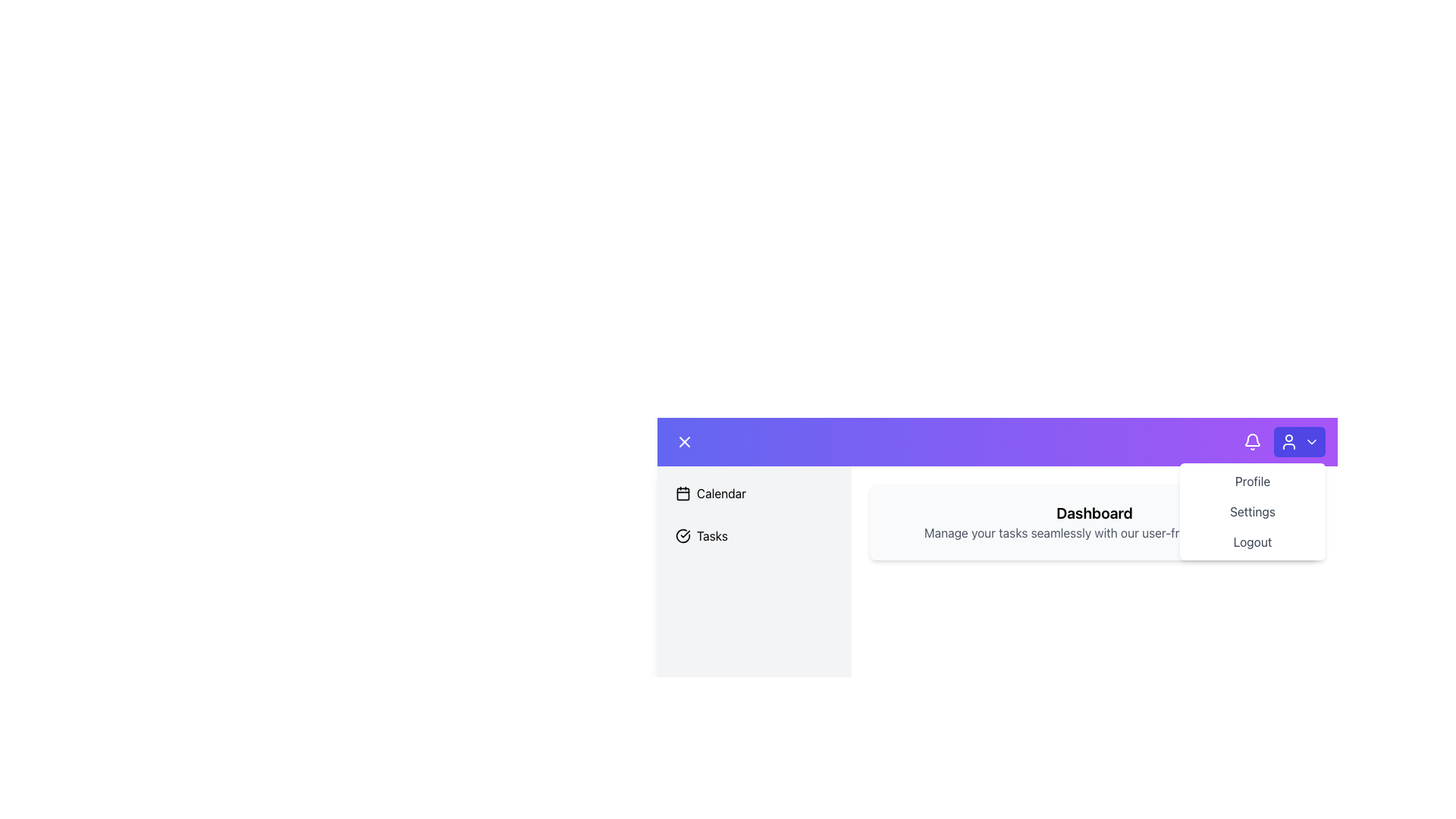 The image size is (1456, 819). I want to click on the 'Settings' text-based menu item, which is the second option in the dropdown menu accessed from the top-right corner of the interface, so click(1252, 512).